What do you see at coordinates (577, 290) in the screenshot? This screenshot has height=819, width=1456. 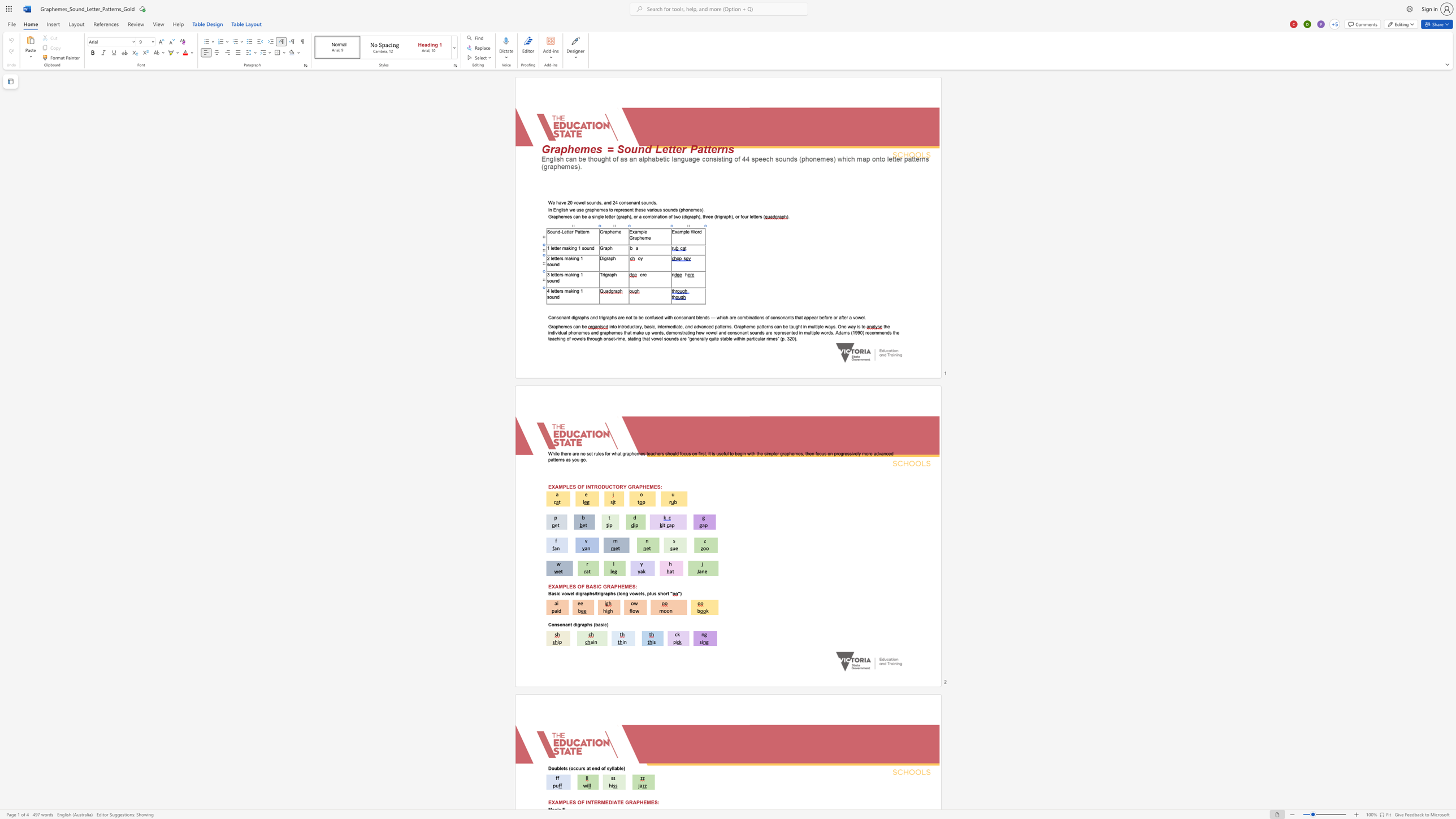 I see `the 1th character "g" in the text` at bounding box center [577, 290].